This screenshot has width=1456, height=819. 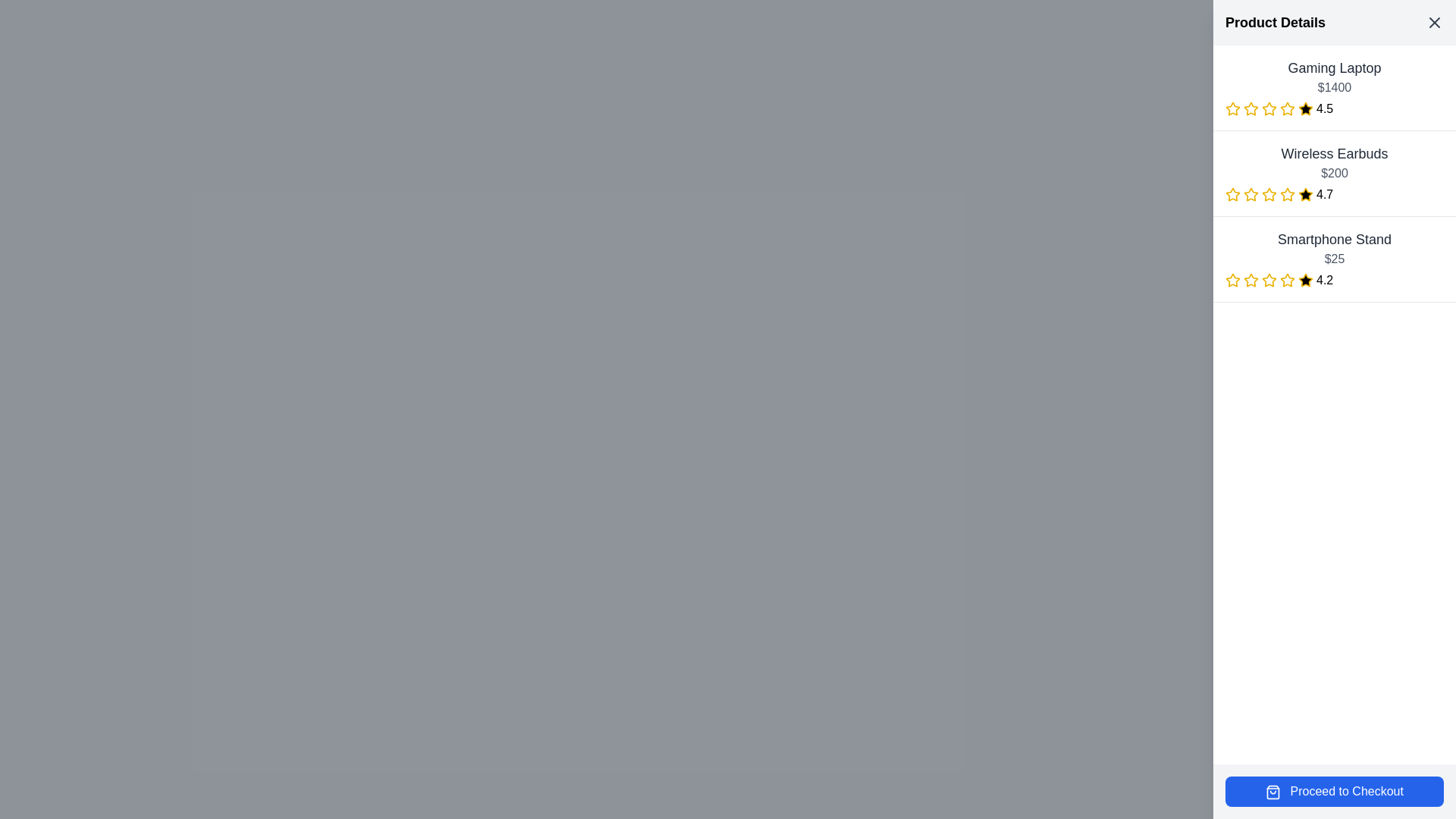 I want to click on the fifth yellow star icon in a series of five star icons under the 'Gaming Laptop' product, so click(x=1287, y=108).